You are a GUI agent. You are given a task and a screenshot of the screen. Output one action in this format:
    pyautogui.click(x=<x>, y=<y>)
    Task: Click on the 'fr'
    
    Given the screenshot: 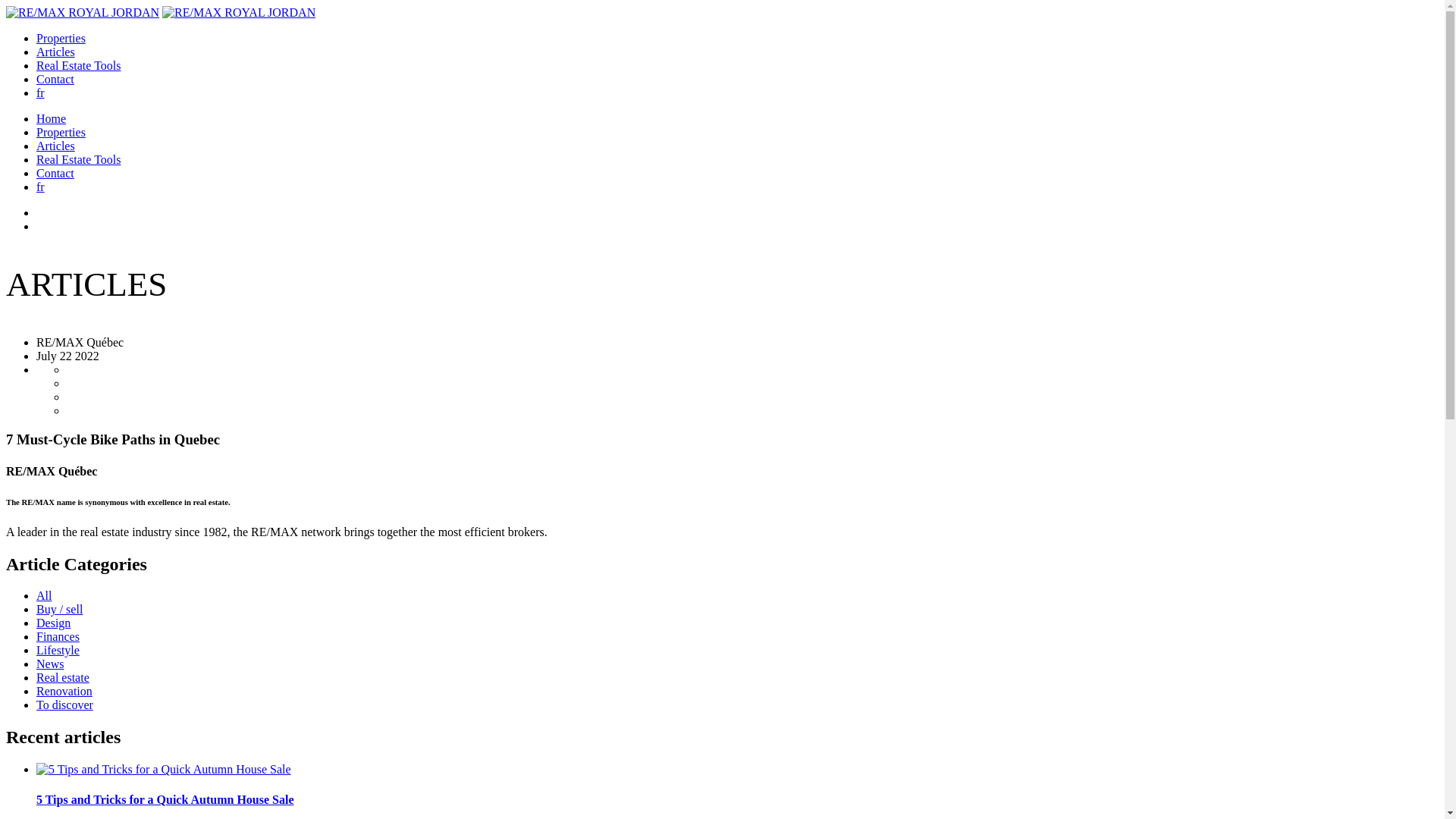 What is the action you would take?
    pyautogui.click(x=40, y=93)
    